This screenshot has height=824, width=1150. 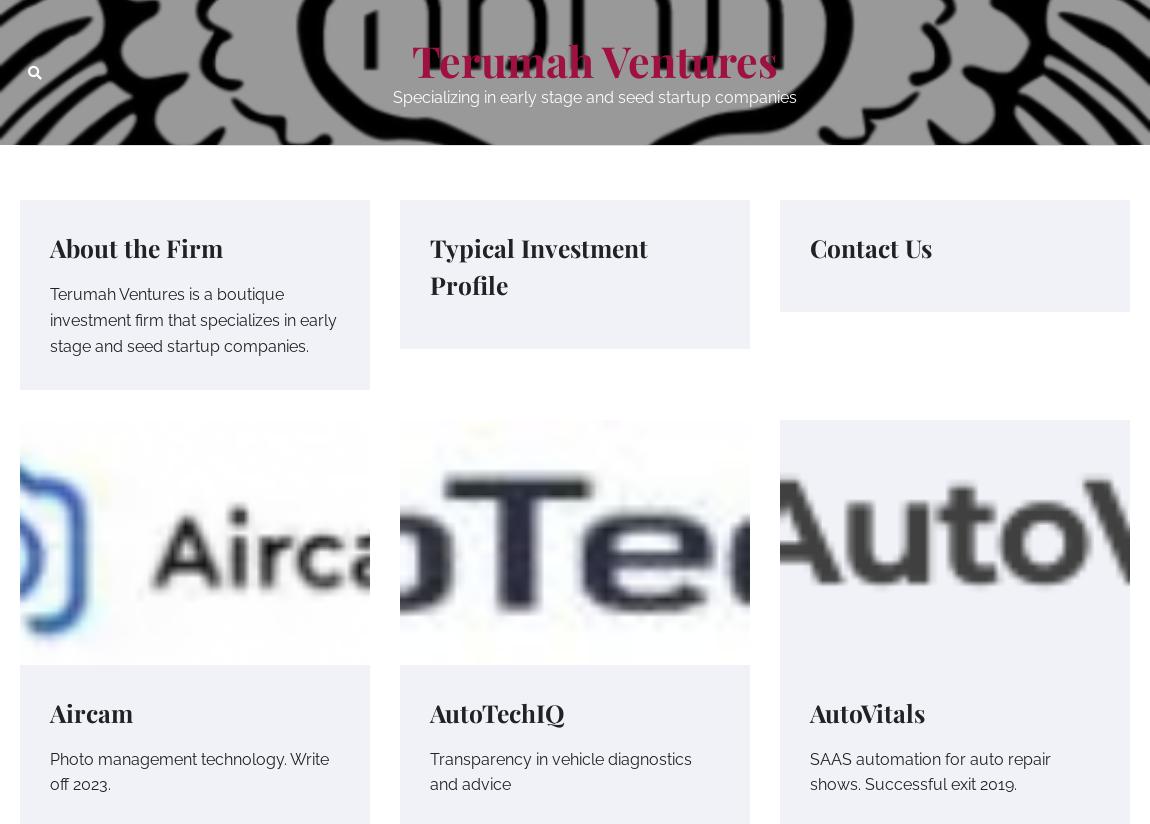 I want to click on 'AutoTechIQ', so click(x=497, y=710).